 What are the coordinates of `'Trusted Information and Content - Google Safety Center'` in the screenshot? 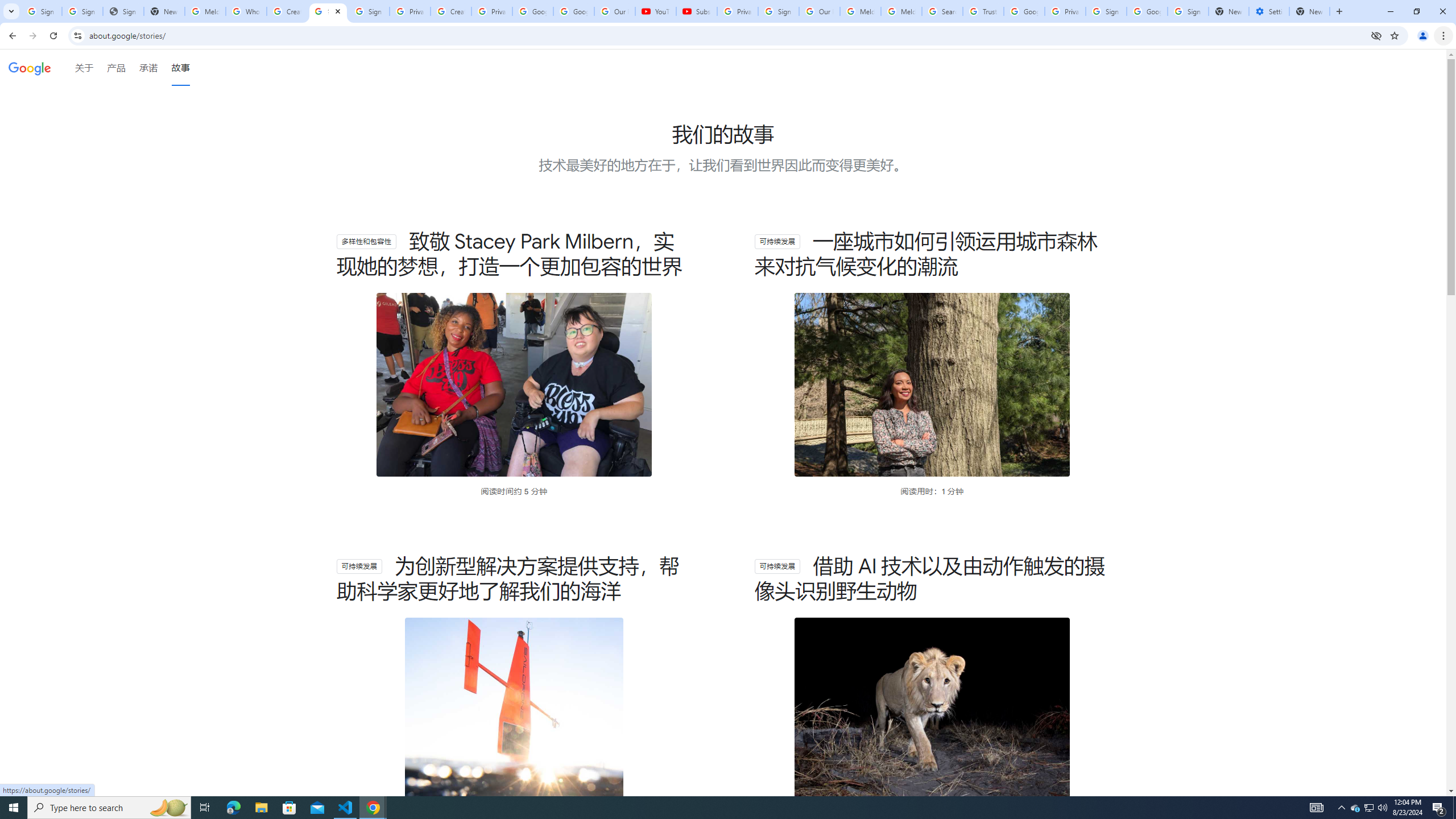 It's located at (983, 11).